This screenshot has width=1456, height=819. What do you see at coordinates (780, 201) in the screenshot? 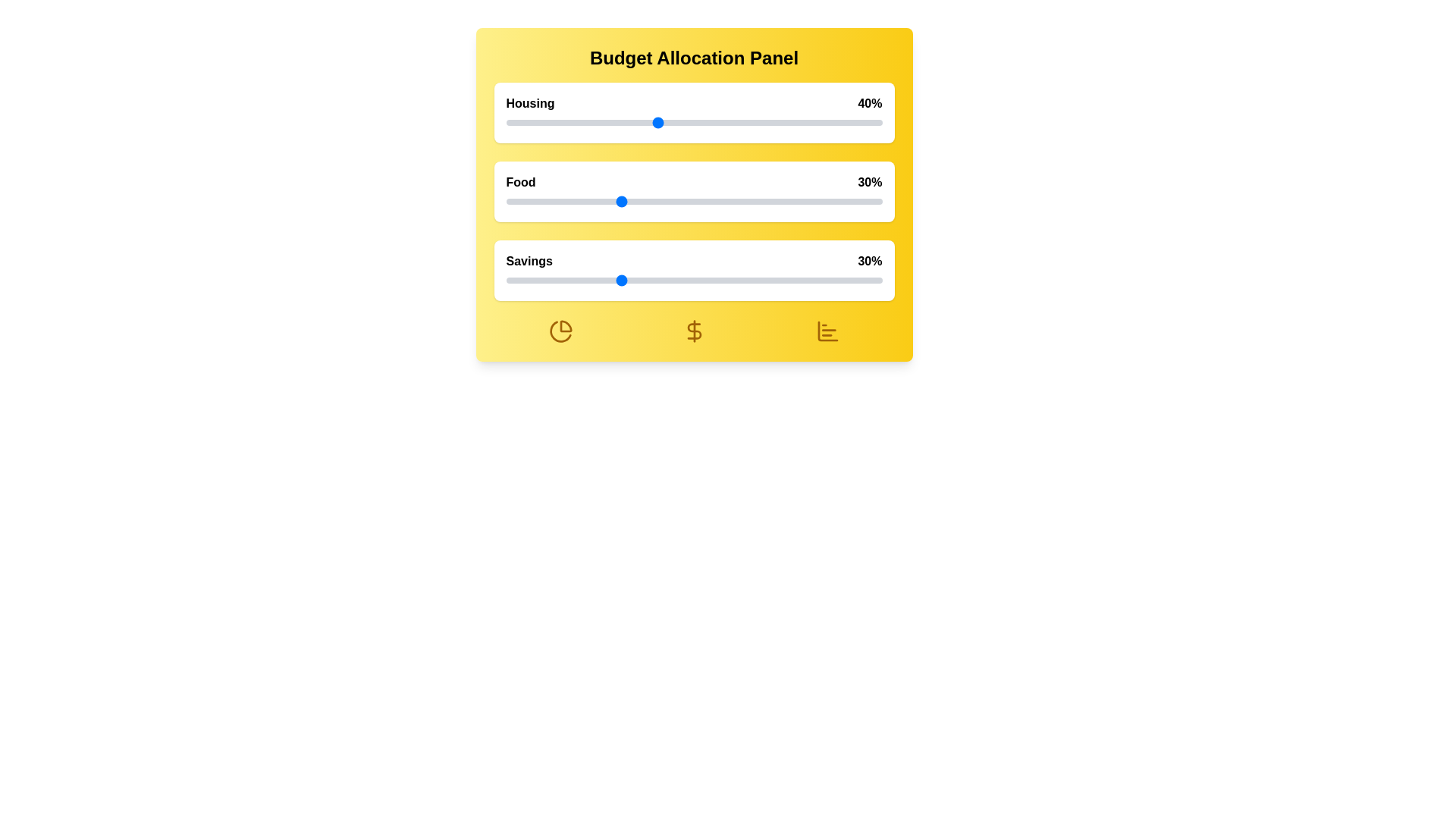
I see `the slider` at bounding box center [780, 201].